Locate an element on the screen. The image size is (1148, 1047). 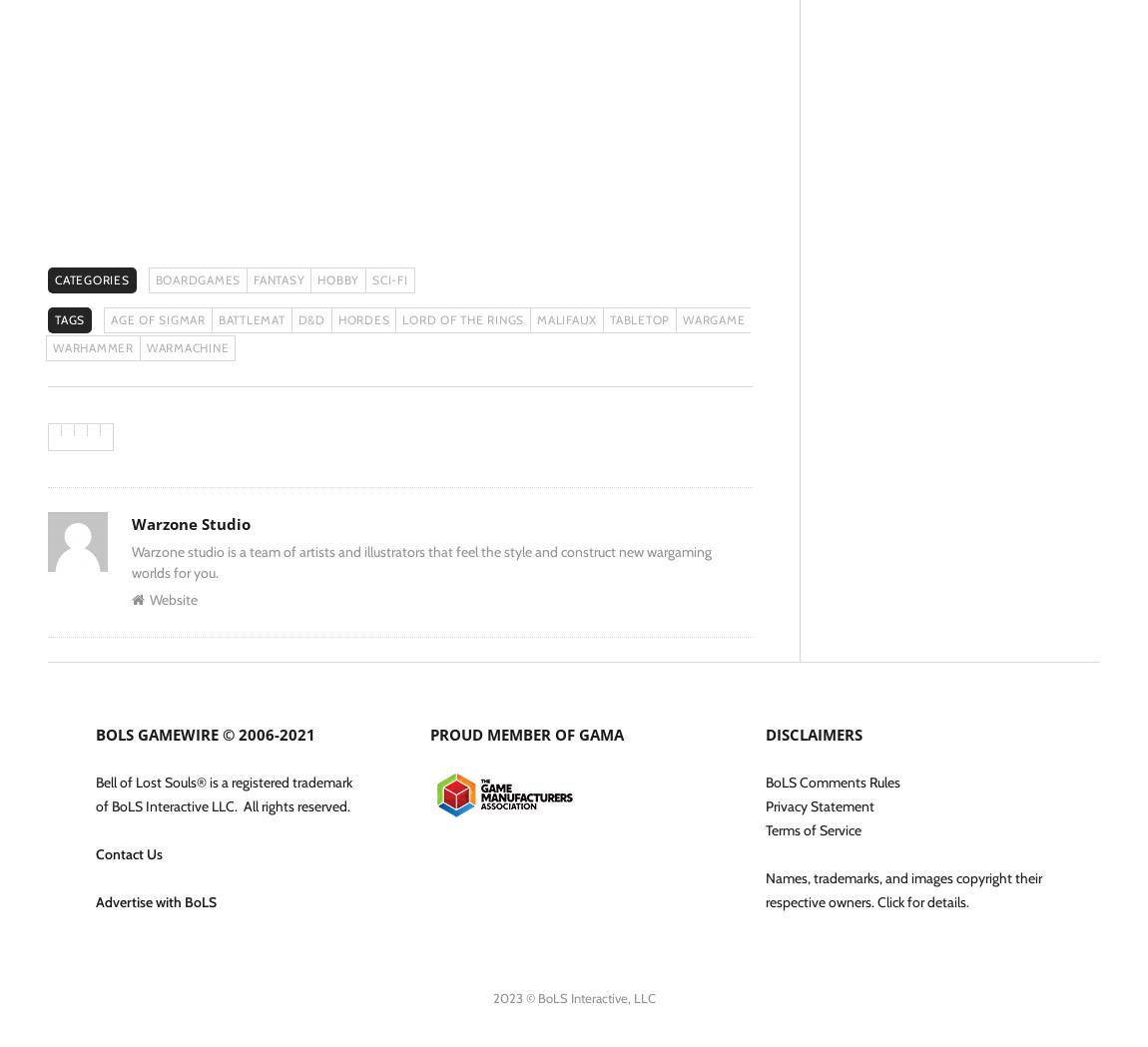
'BoLS Gamewire © 2006-2021' is located at coordinates (204, 733).